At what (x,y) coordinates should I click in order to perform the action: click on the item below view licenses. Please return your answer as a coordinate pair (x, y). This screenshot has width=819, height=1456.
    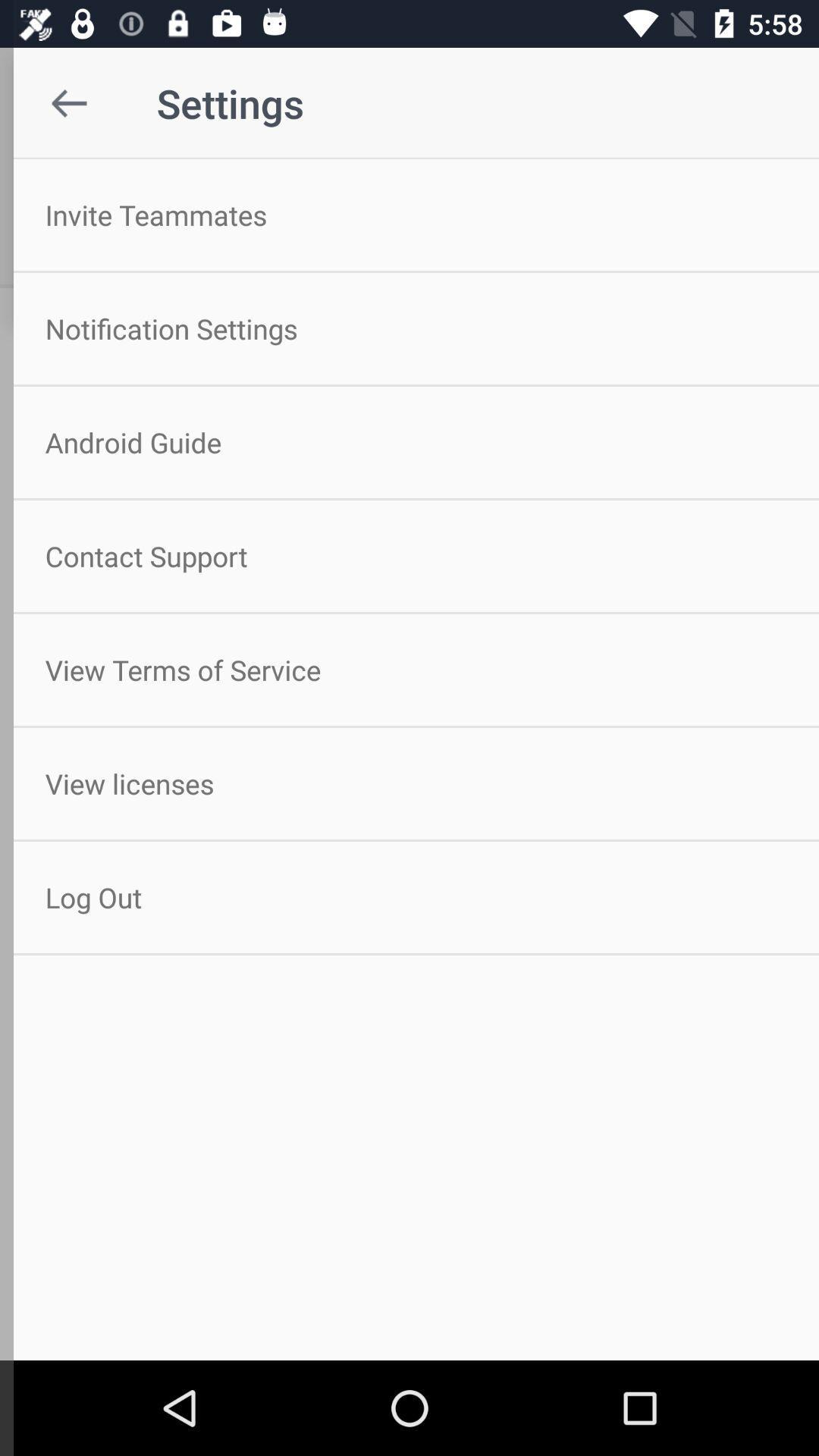
    Looking at the image, I should click on (409, 897).